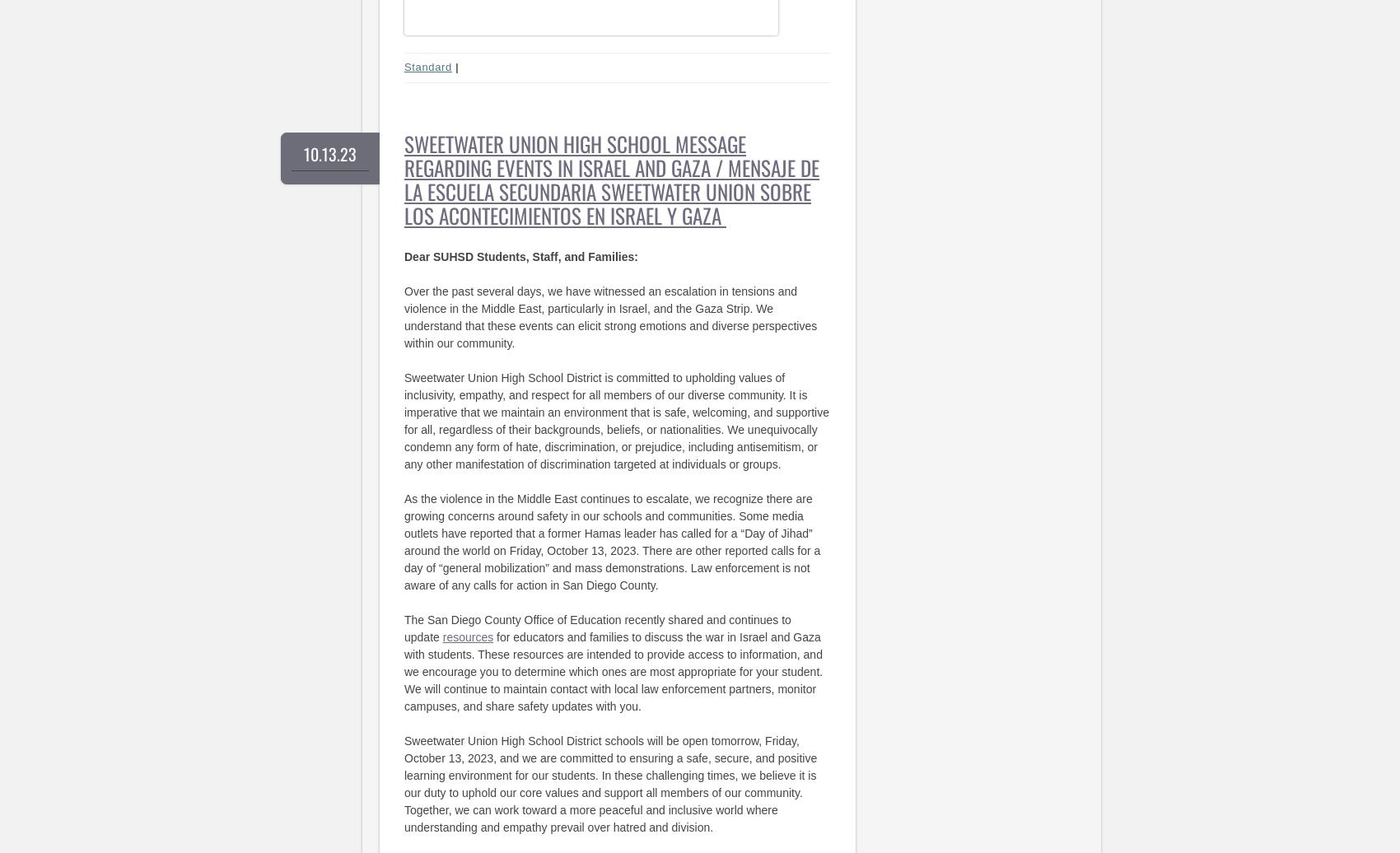 The image size is (1400, 853). Describe the element at coordinates (613, 671) in the screenshot. I see `'for educators and families to discuss the war in Israel and Gaza with students. These resources are intended to provide access to information, and we encourage you to determine which ones are most appropriate for your student. We will continue to maintain contact with local law enforcement partners, monitor campuses, and share safety updates with you.'` at that location.